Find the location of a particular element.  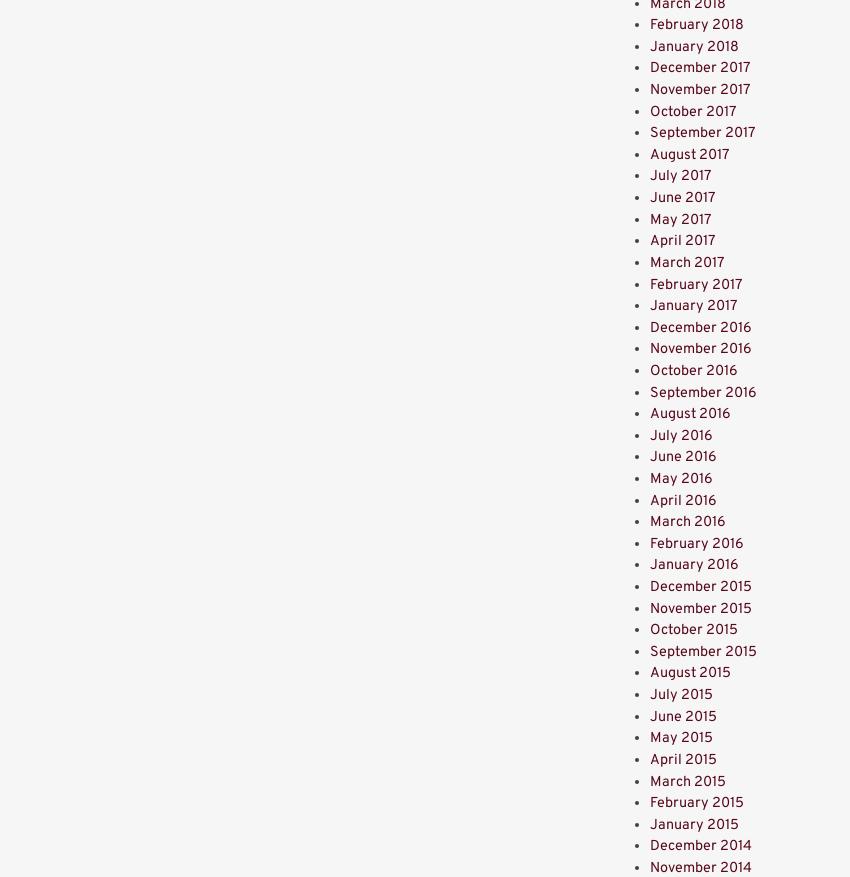

'May 2017' is located at coordinates (649, 218).